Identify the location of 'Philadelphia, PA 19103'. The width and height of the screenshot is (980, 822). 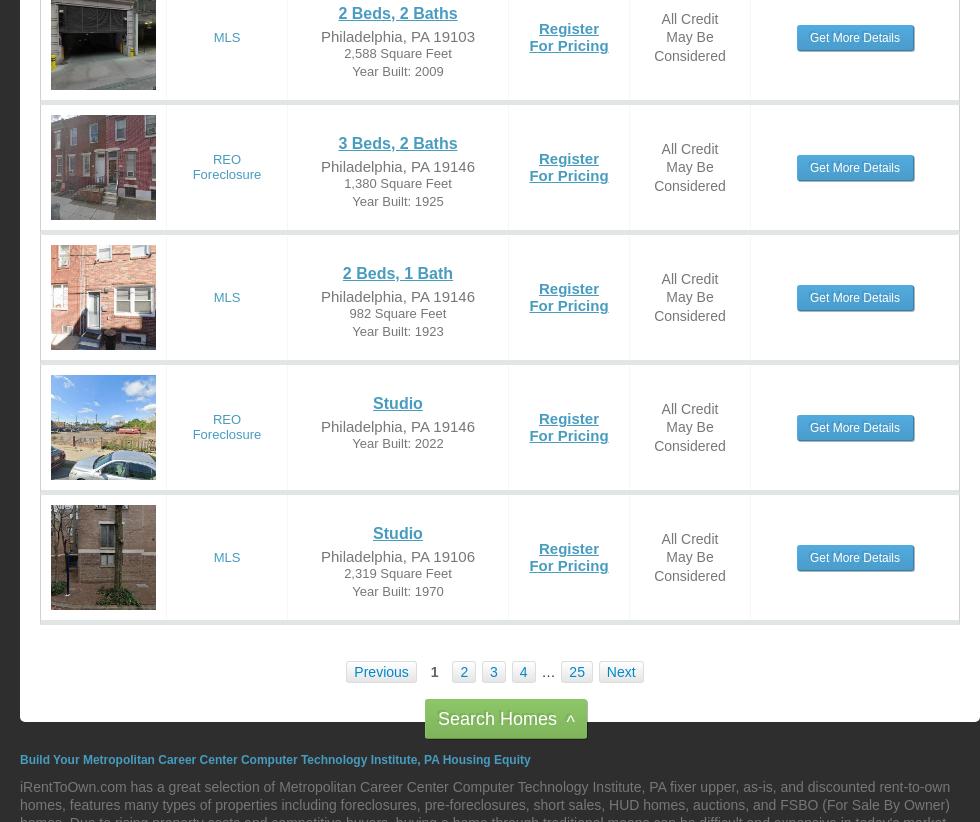
(397, 34).